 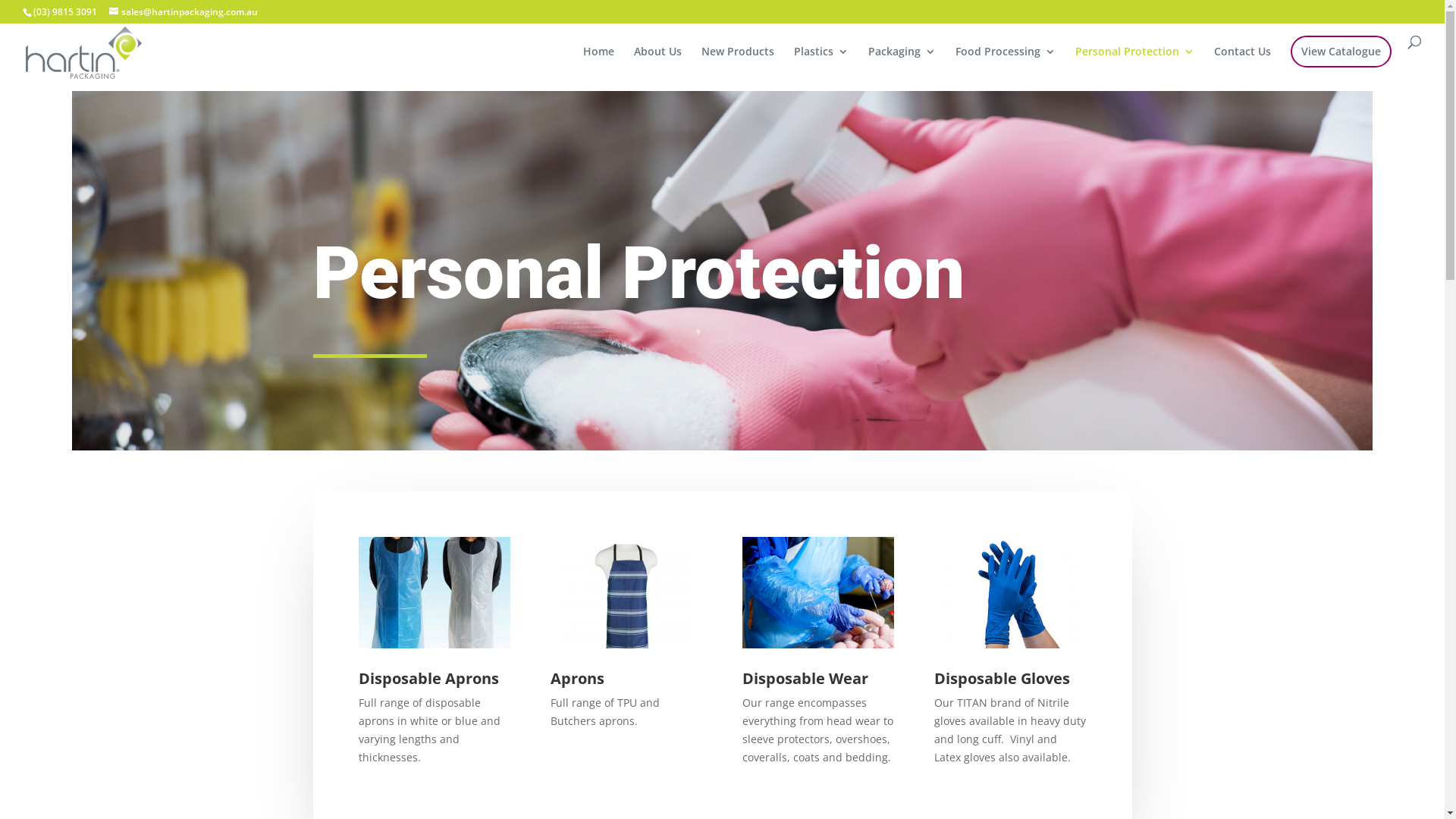 What do you see at coordinates (657, 63) in the screenshot?
I see `'About Us'` at bounding box center [657, 63].